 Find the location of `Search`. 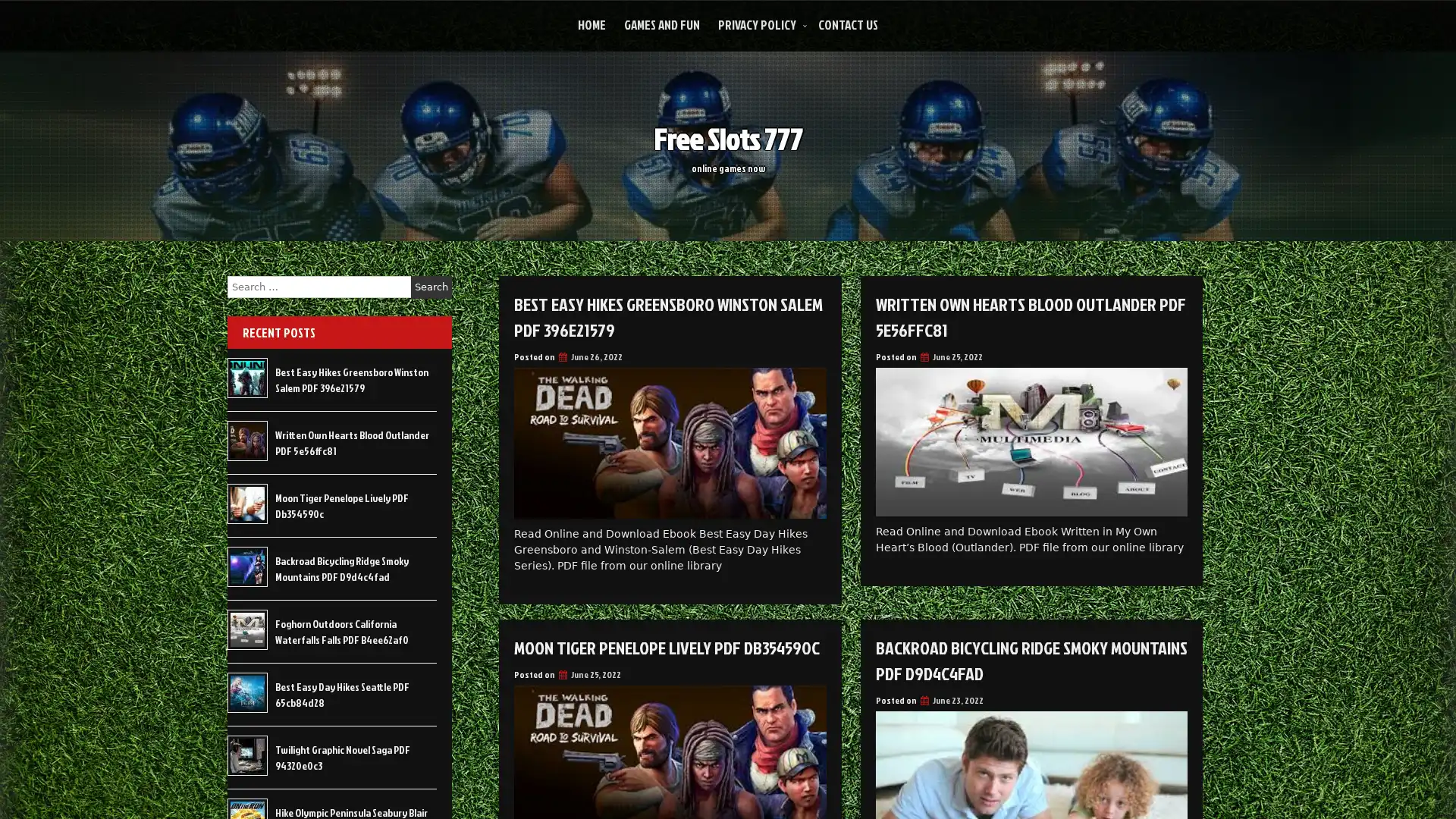

Search is located at coordinates (431, 287).